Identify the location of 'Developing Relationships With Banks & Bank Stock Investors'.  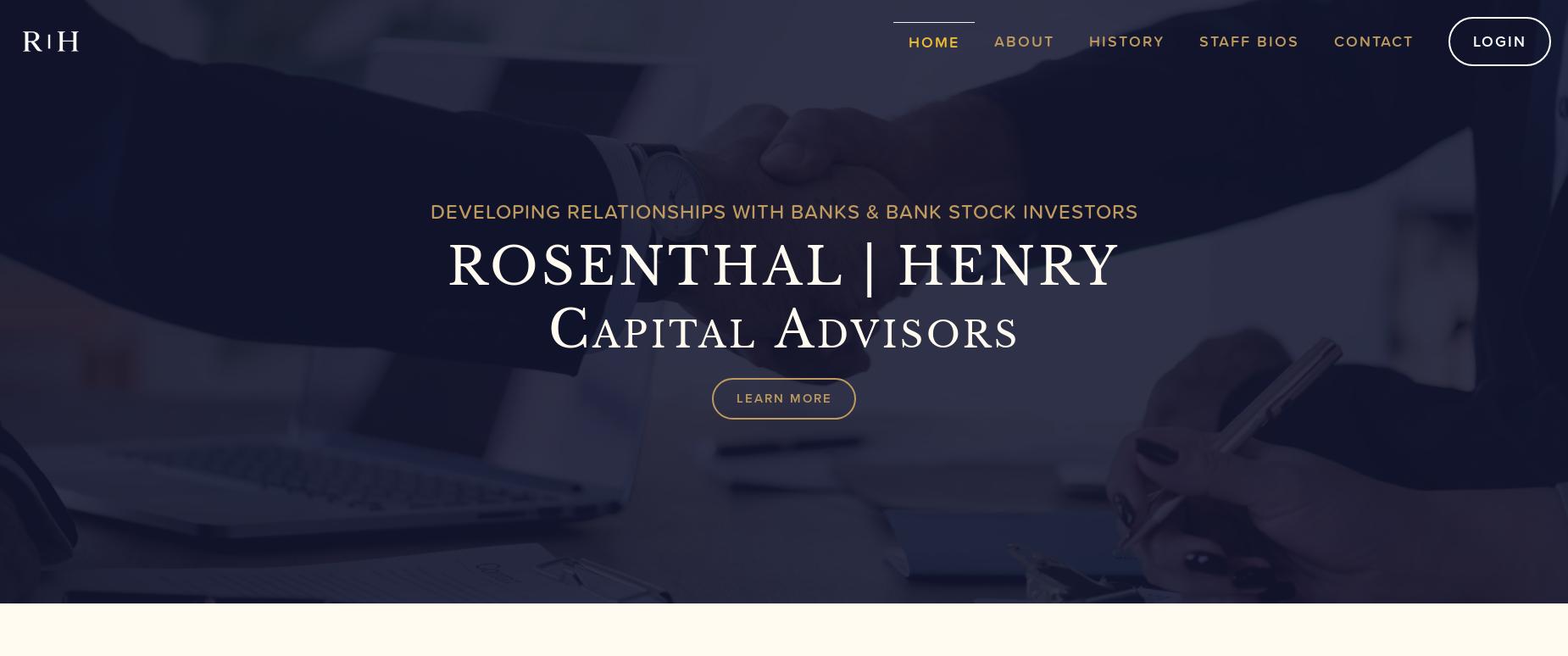
(783, 211).